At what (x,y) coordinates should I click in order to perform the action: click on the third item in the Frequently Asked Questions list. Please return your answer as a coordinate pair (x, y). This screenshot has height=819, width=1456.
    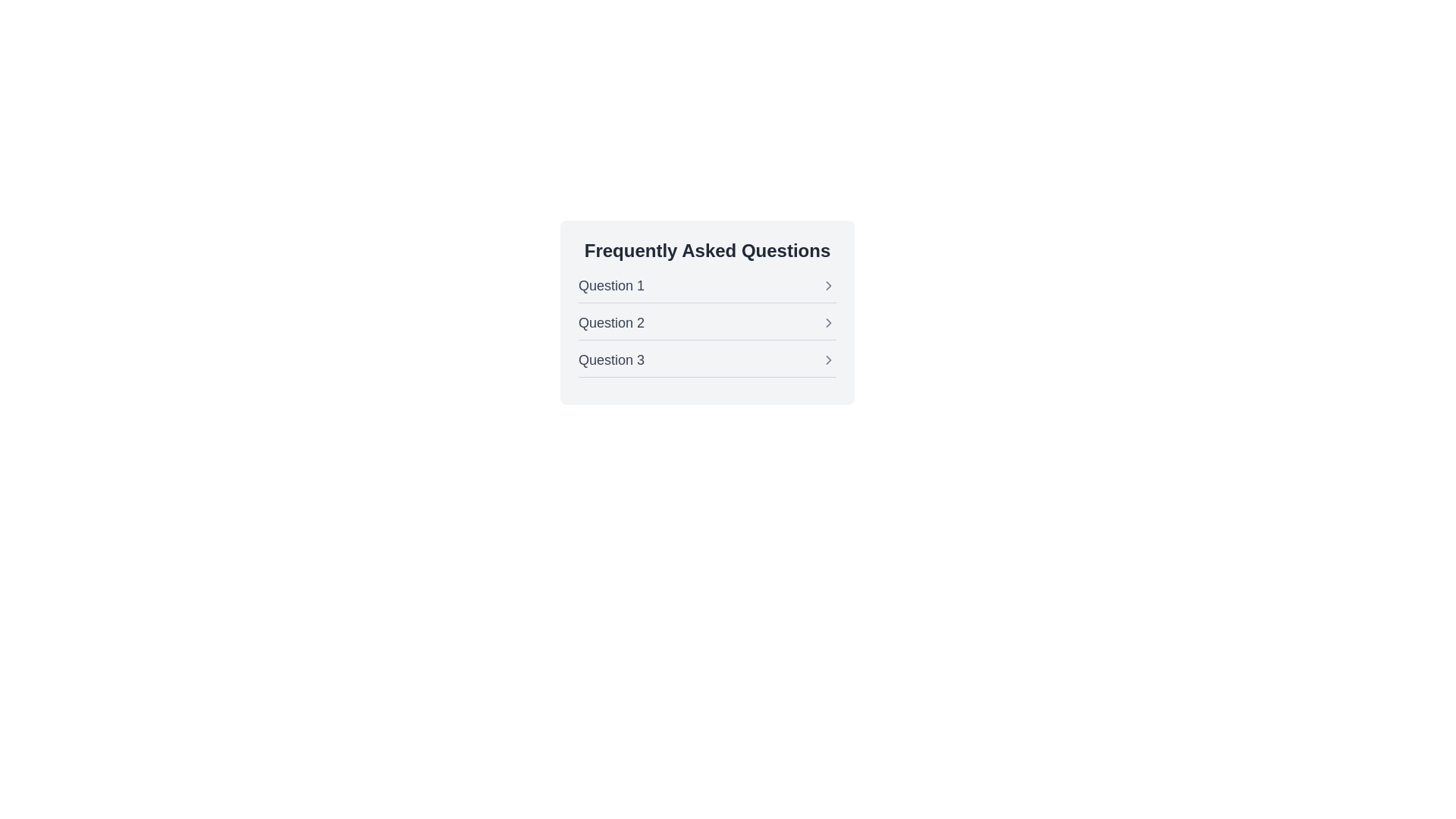
    Looking at the image, I should click on (706, 359).